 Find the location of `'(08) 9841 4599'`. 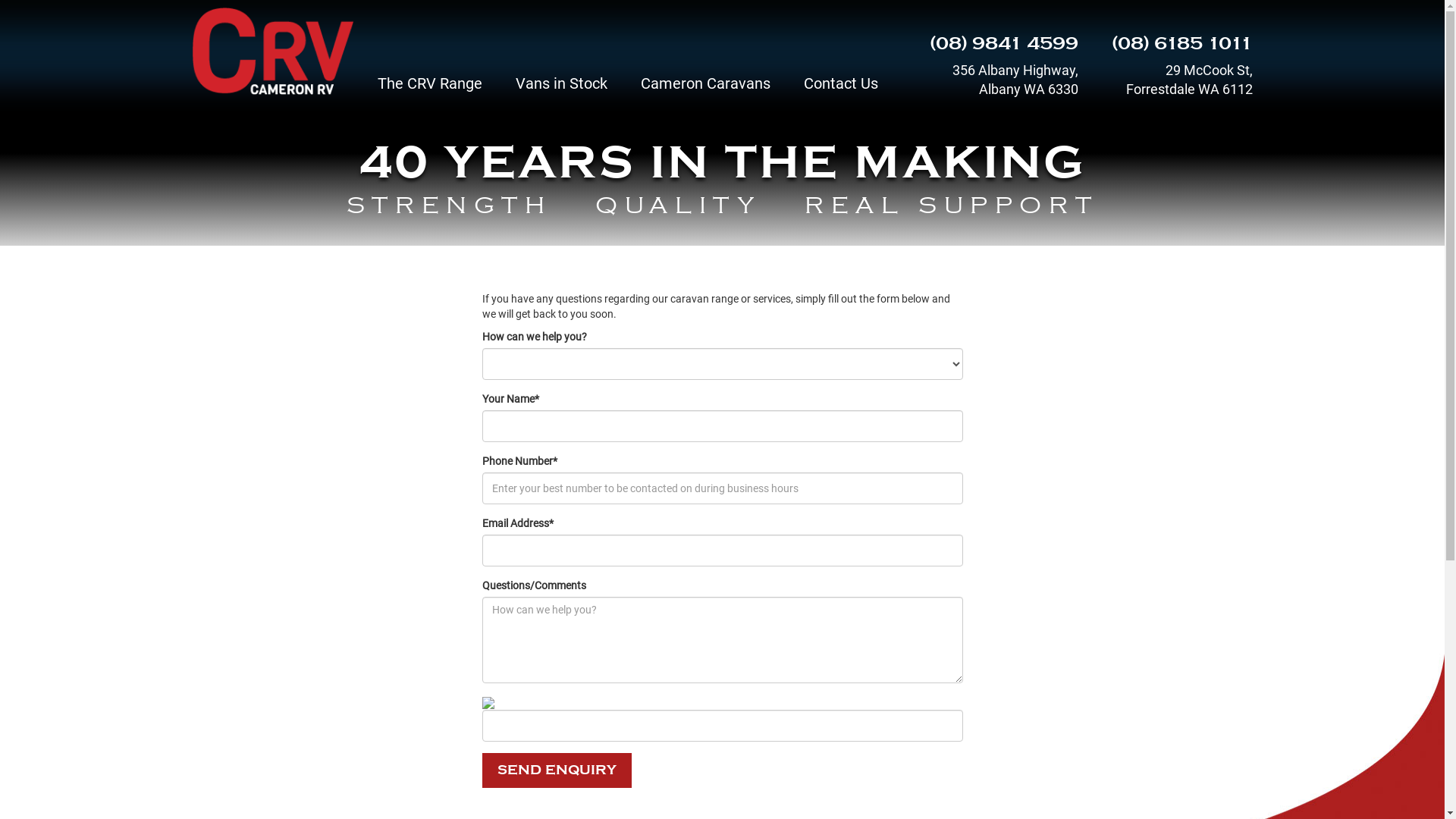

'(08) 9841 4599' is located at coordinates (1004, 42).